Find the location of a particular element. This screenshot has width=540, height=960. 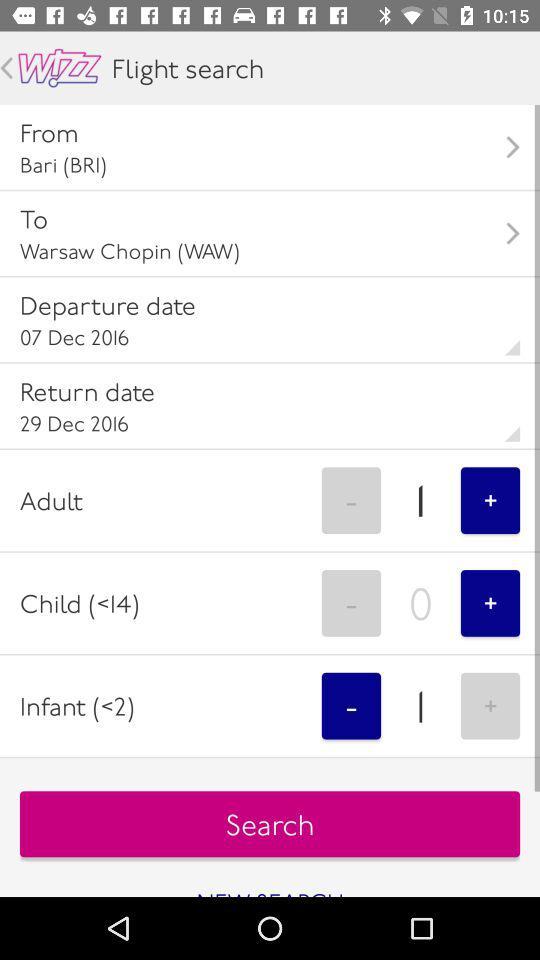

back to home page is located at coordinates (59, 68).